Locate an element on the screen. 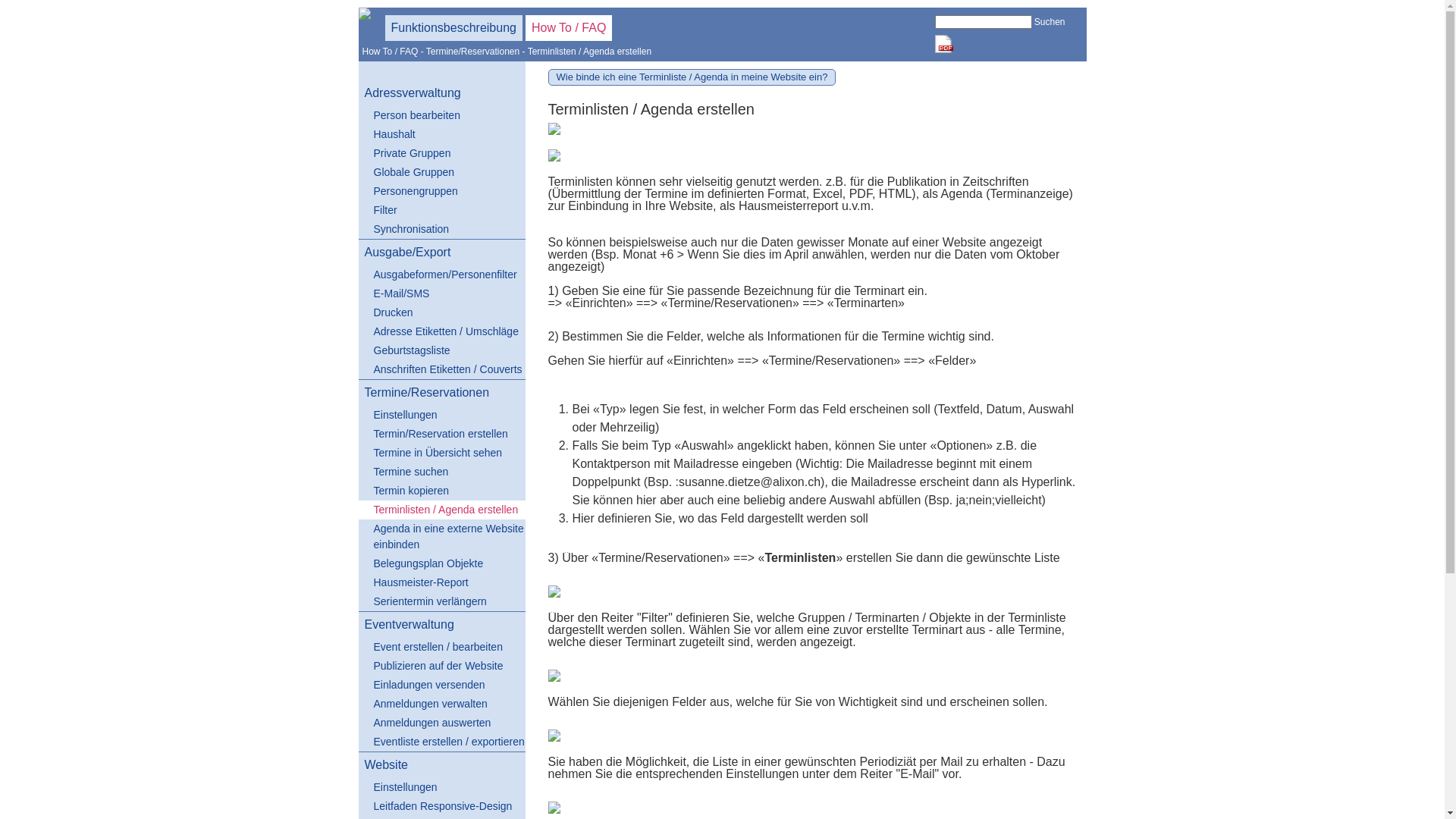 This screenshot has width=1456, height=819. 'Anmeldungen auswerten' is located at coordinates (440, 722).